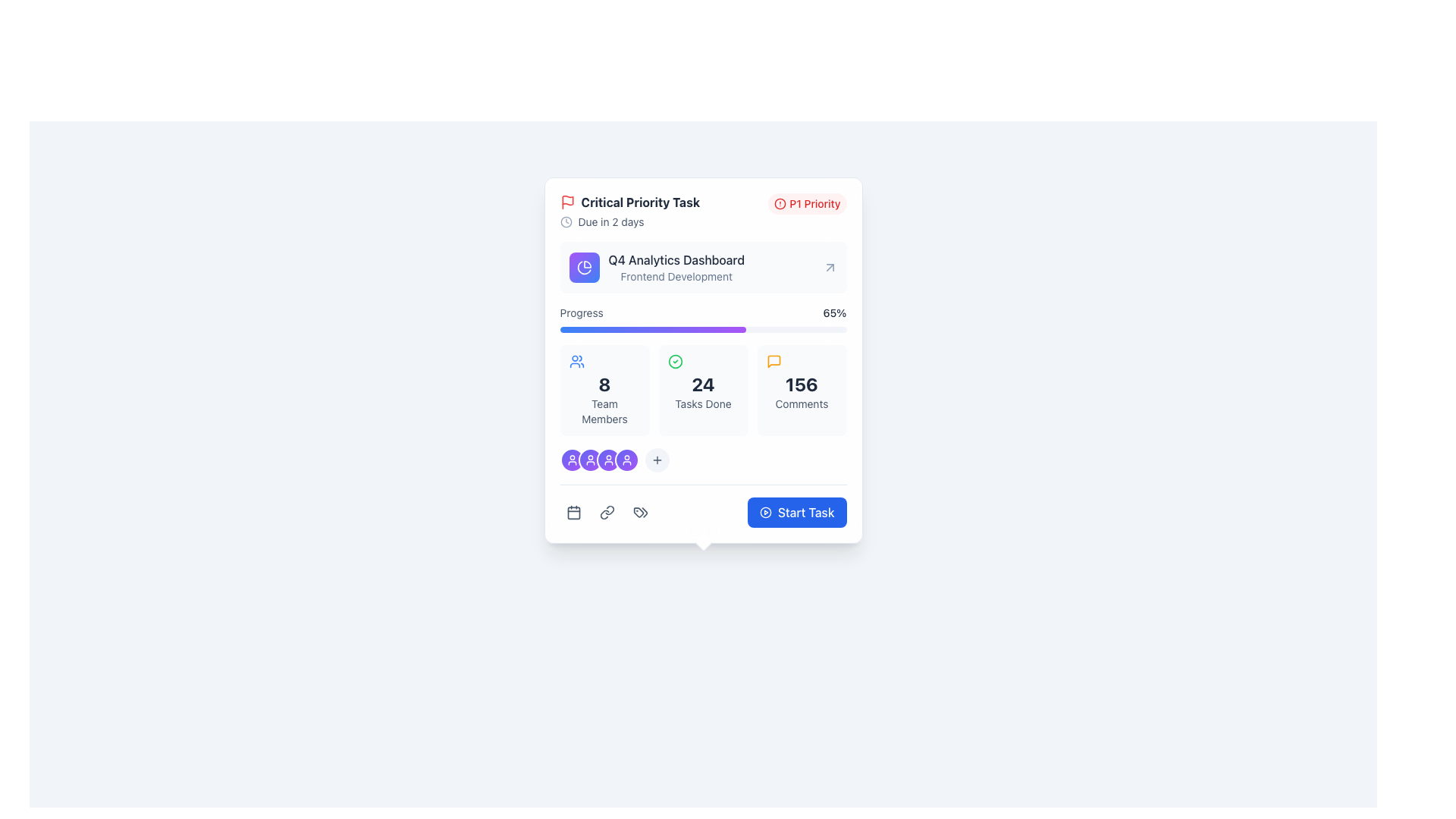  What do you see at coordinates (576, 362) in the screenshot?
I see `the icon representing a group of people with a blue outline located in the top left corner of the '8 Team Members' section in the leftmost column of the grid layout` at bounding box center [576, 362].